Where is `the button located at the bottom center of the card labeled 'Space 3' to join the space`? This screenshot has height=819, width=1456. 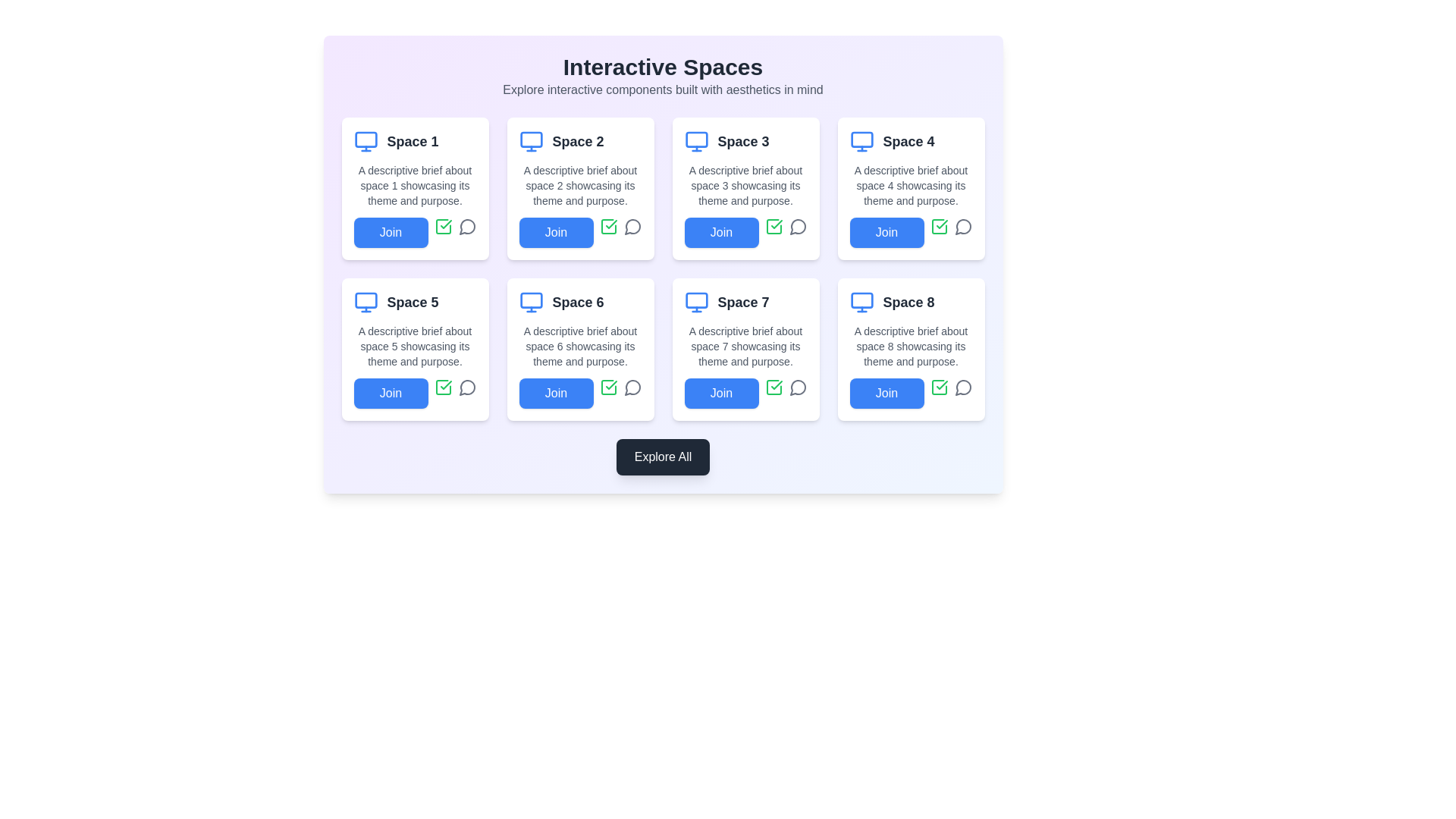 the button located at the bottom center of the card labeled 'Space 3' to join the space is located at coordinates (745, 233).